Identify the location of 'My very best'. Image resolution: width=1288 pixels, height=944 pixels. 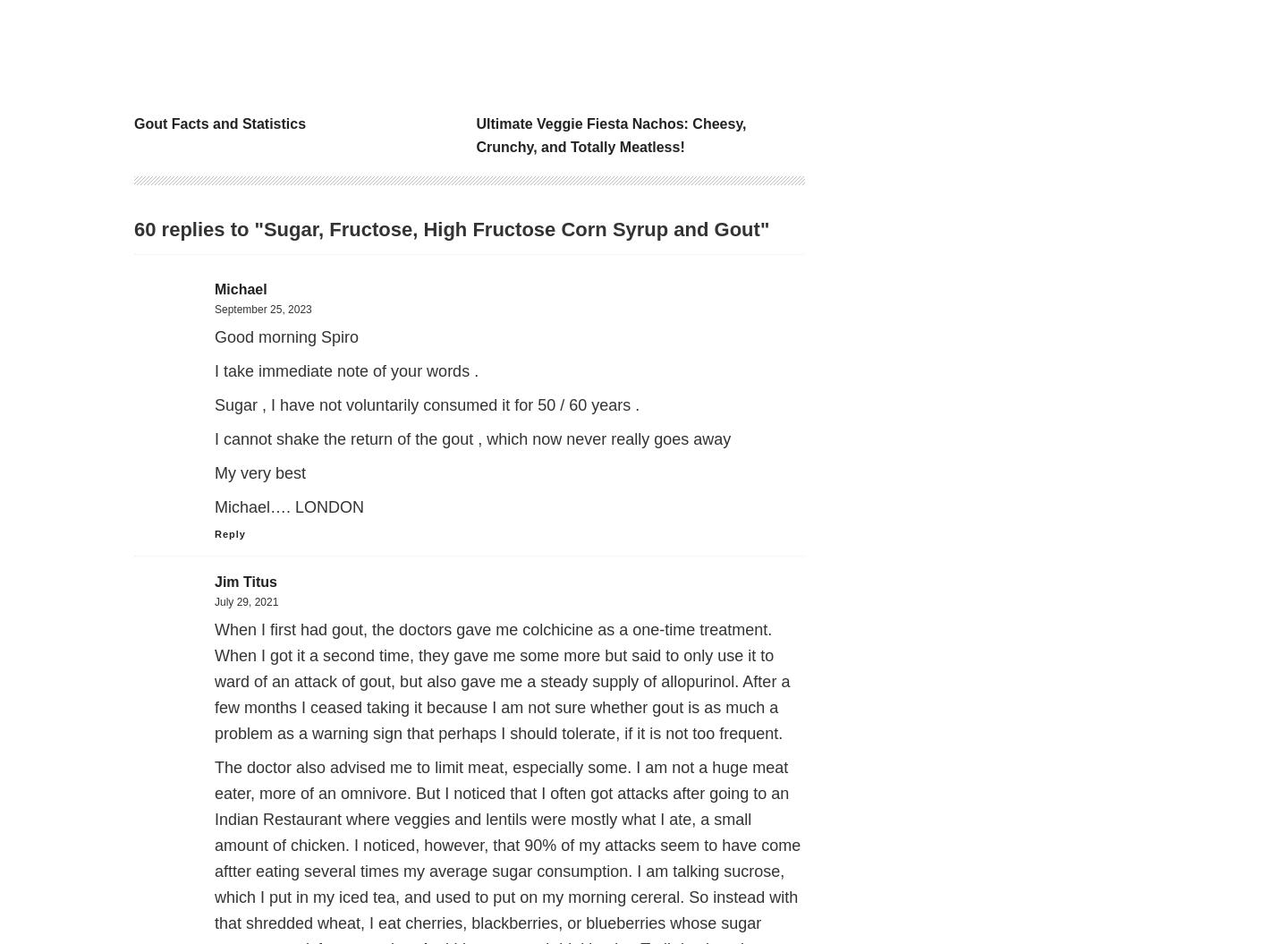
(215, 472).